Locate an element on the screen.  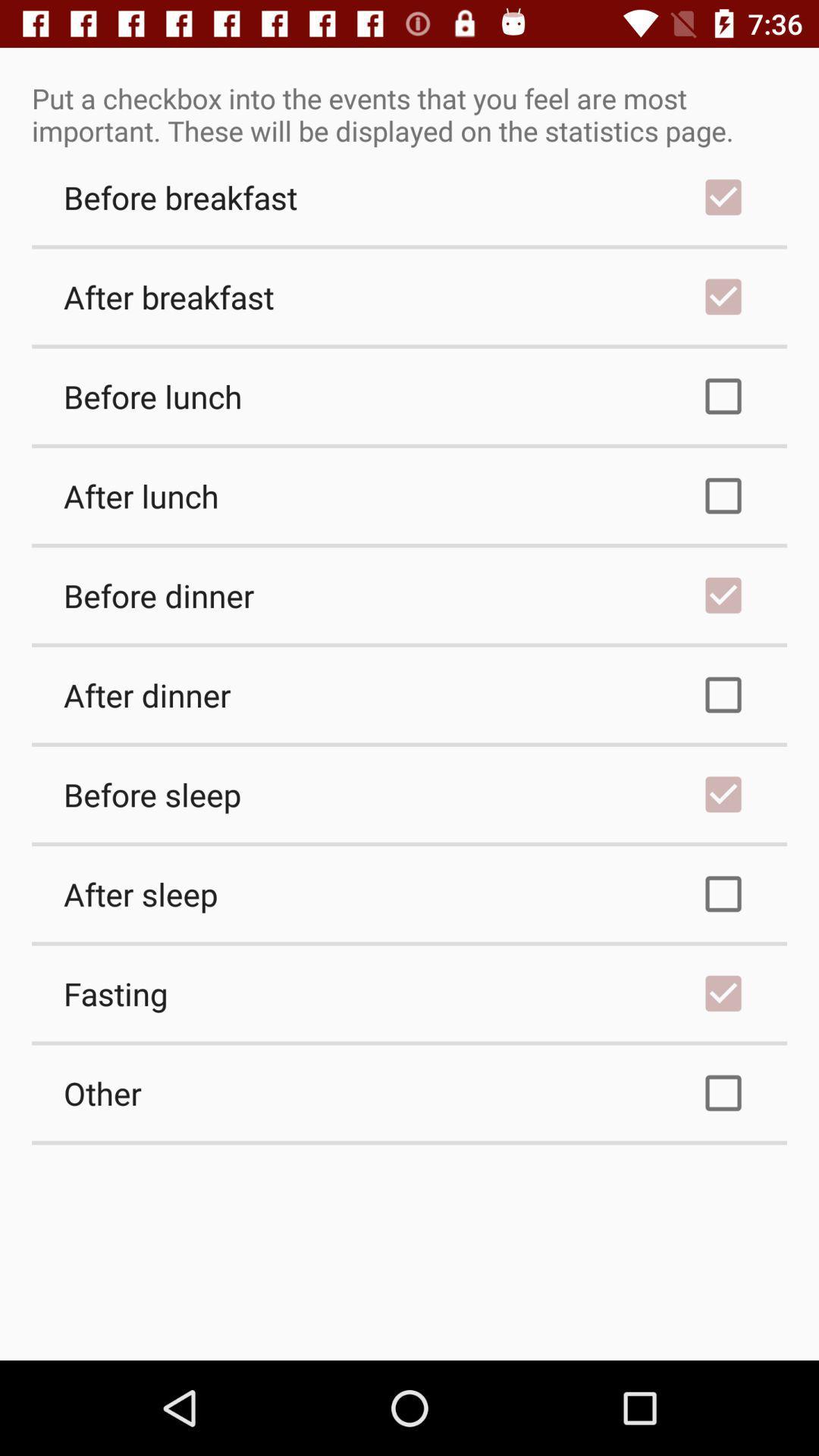
before dinner is located at coordinates (409, 595).